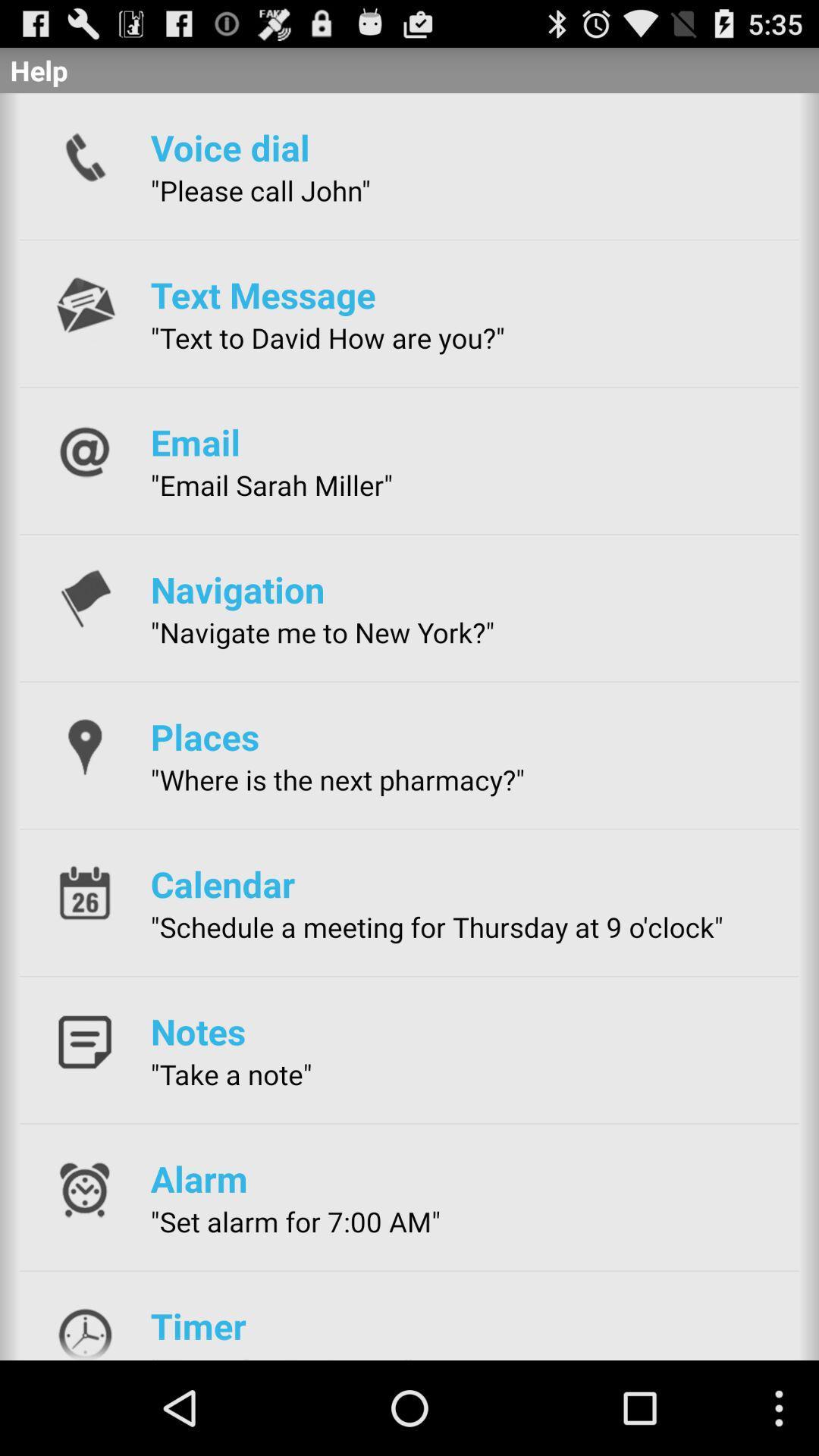 This screenshot has height=1456, width=819. What do you see at coordinates (322, 632) in the screenshot?
I see `app below the navigation item` at bounding box center [322, 632].